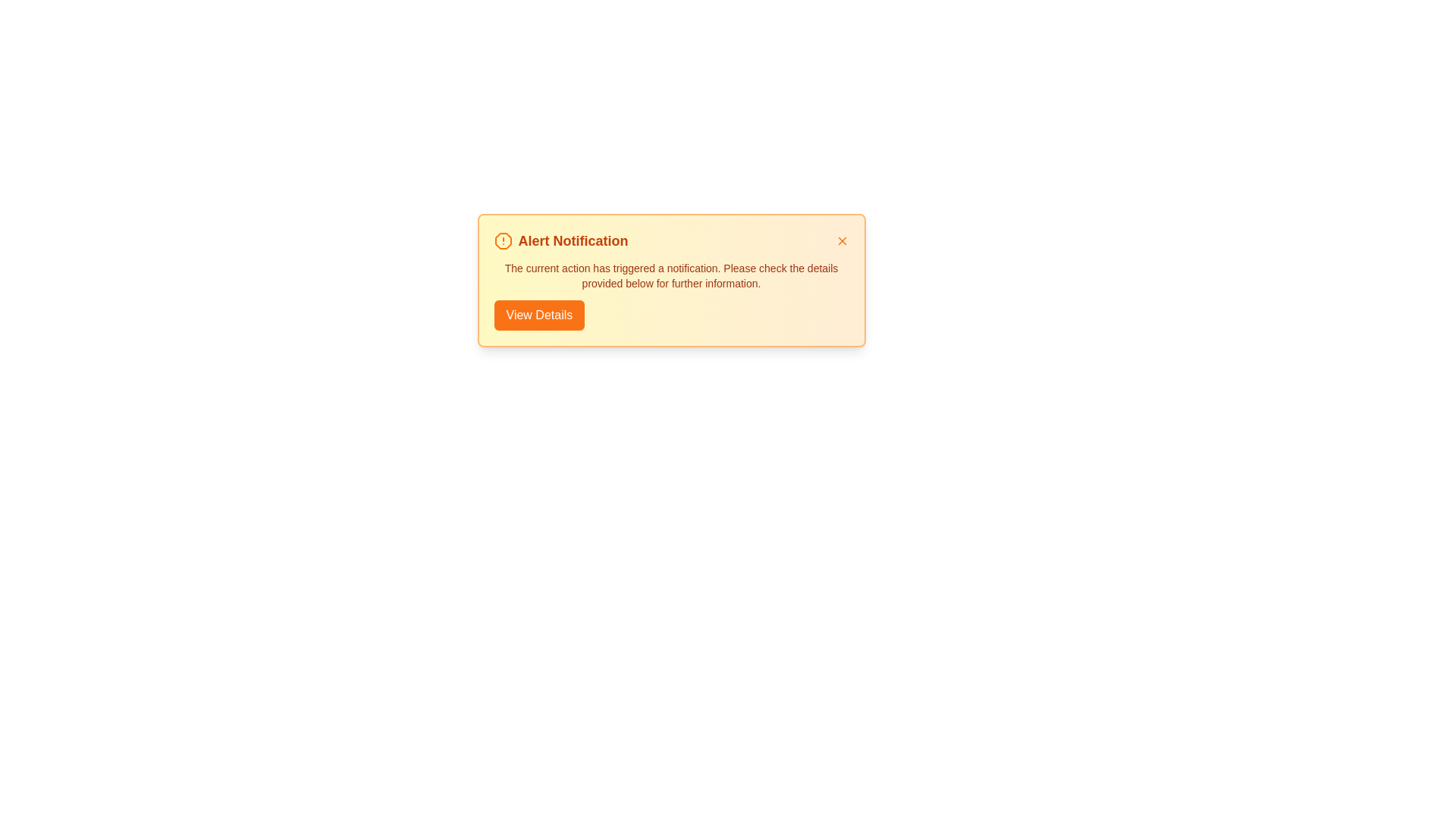  Describe the element at coordinates (539, 315) in the screenshot. I see `the 'View Details' button to view additional details` at that location.